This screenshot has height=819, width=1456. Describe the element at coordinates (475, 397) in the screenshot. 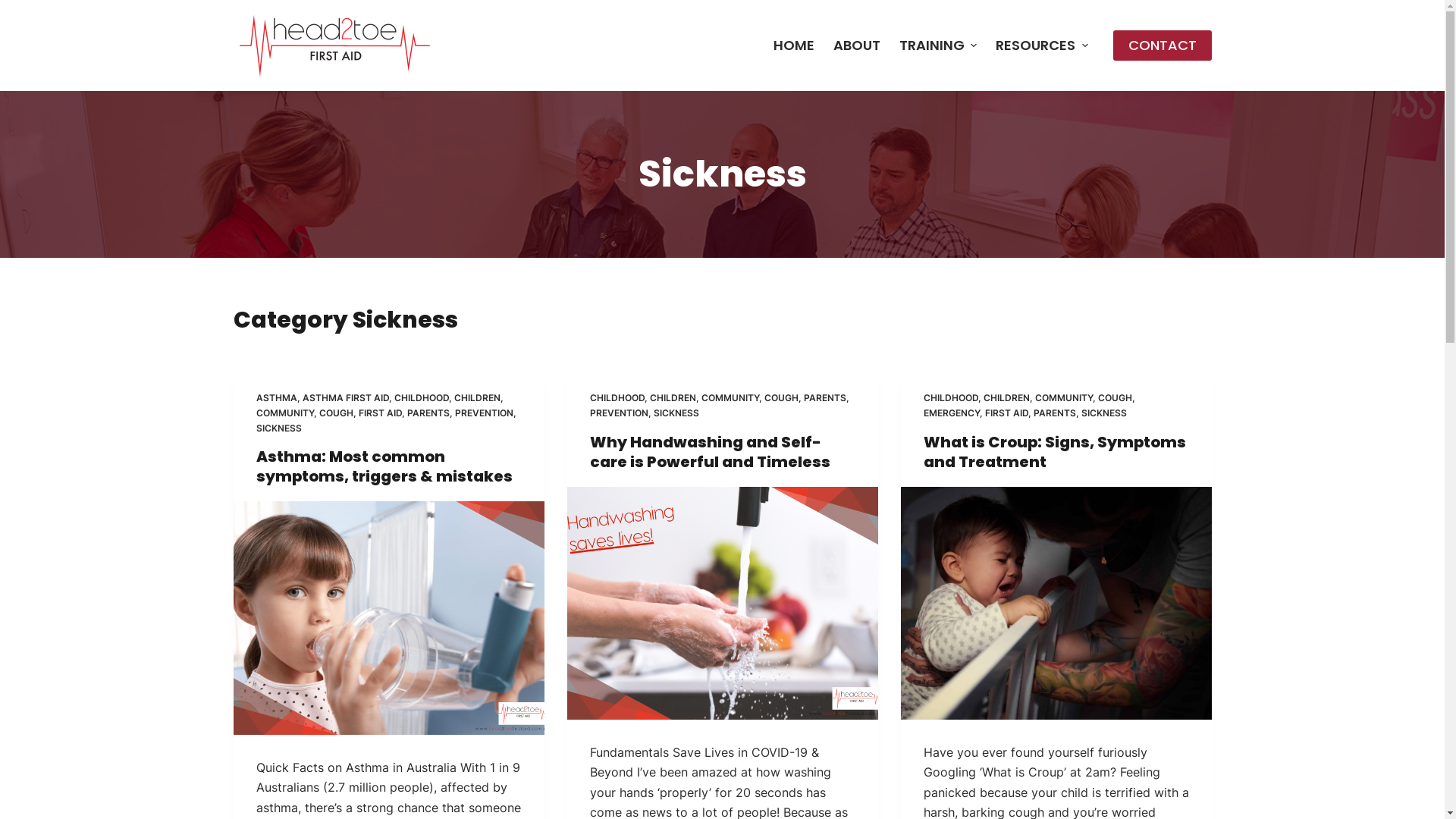

I see `'CHILDREN'` at that location.